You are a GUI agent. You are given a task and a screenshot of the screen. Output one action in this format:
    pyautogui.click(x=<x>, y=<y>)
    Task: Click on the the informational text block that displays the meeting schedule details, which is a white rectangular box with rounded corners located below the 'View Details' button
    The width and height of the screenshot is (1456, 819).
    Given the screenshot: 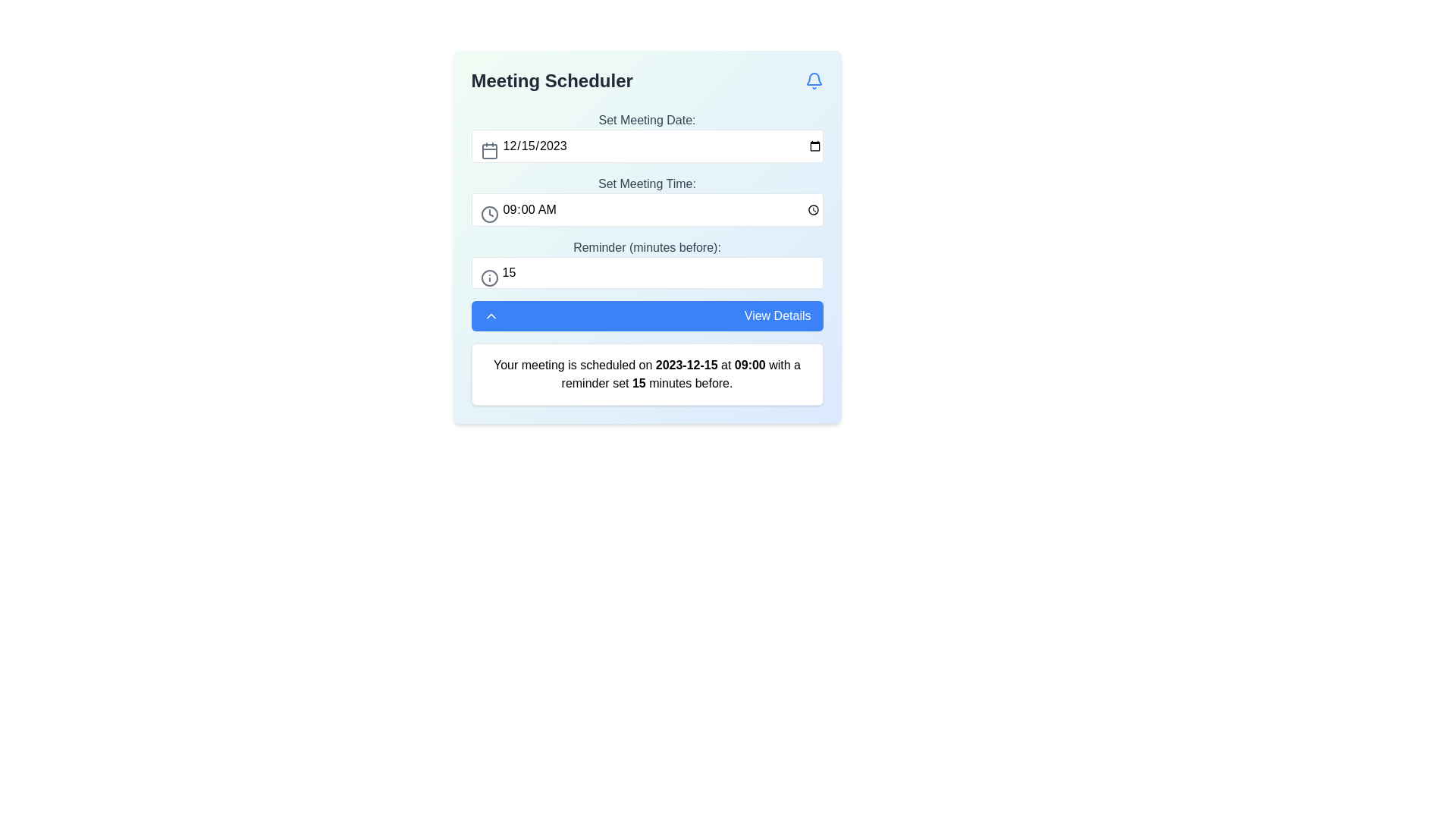 What is the action you would take?
    pyautogui.click(x=647, y=374)
    